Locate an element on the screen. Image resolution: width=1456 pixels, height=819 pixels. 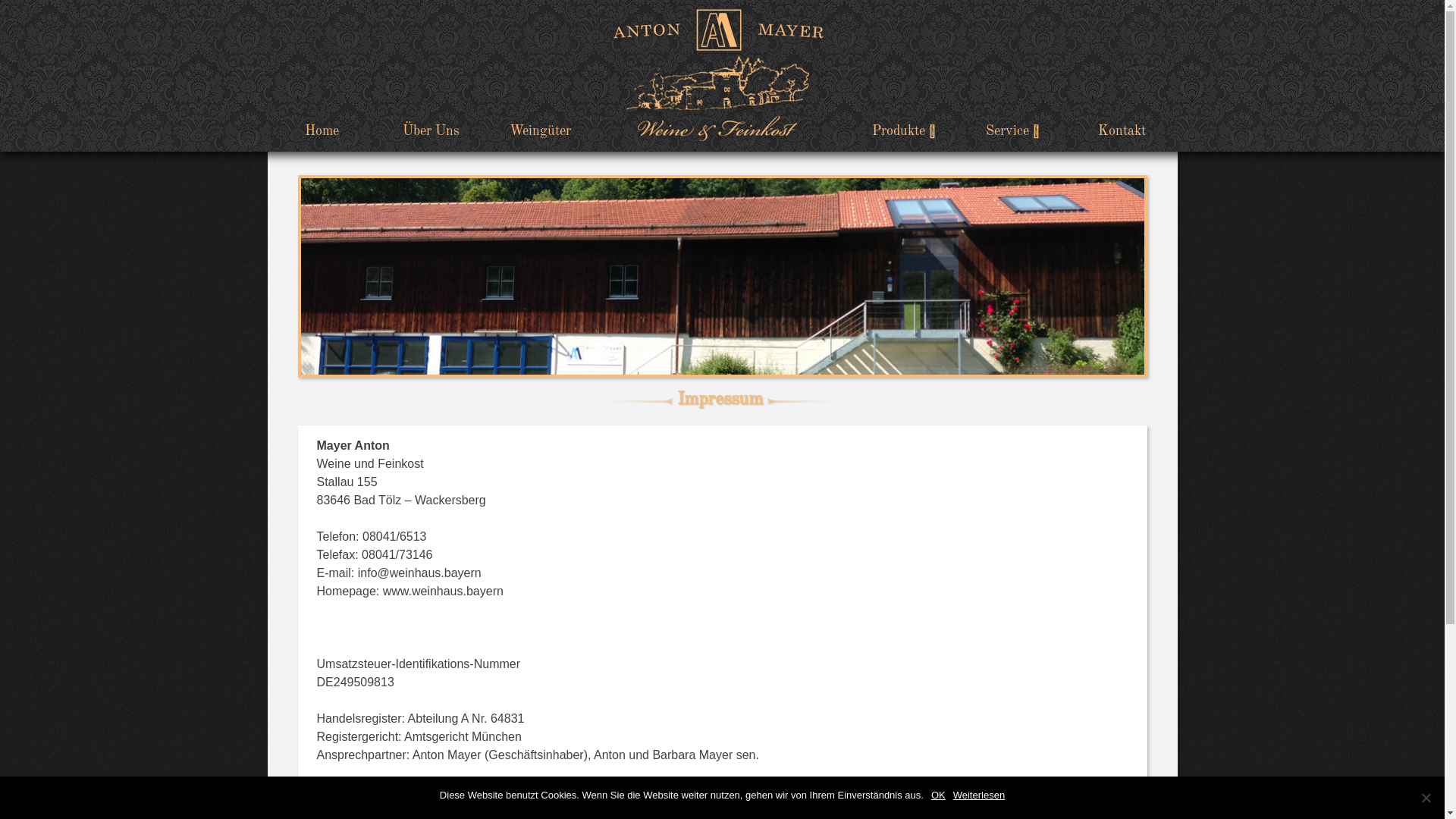
'Produkte' is located at coordinates (903, 130).